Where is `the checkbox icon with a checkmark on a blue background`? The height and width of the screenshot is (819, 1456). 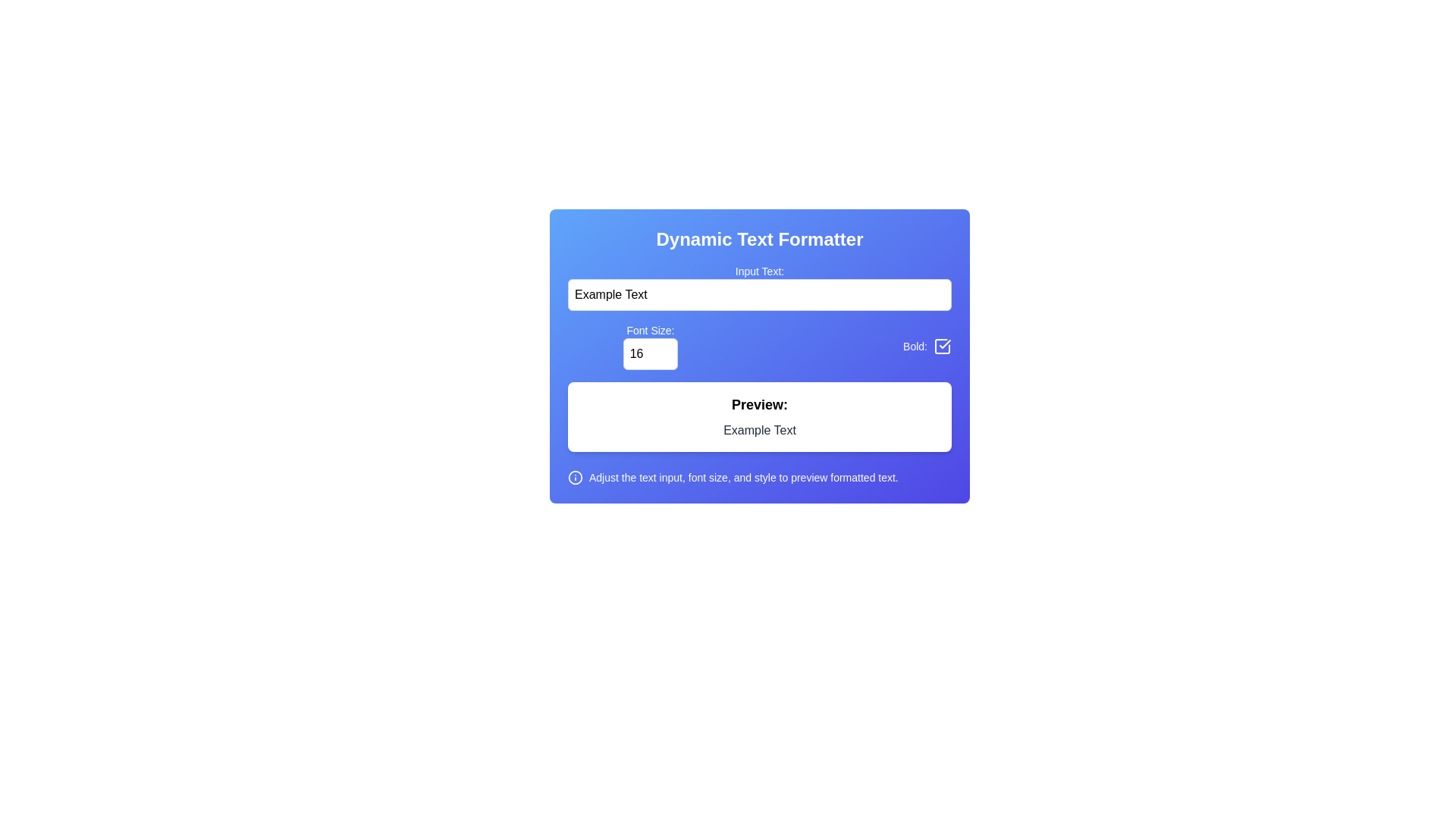 the checkbox icon with a checkmark on a blue background is located at coordinates (942, 346).